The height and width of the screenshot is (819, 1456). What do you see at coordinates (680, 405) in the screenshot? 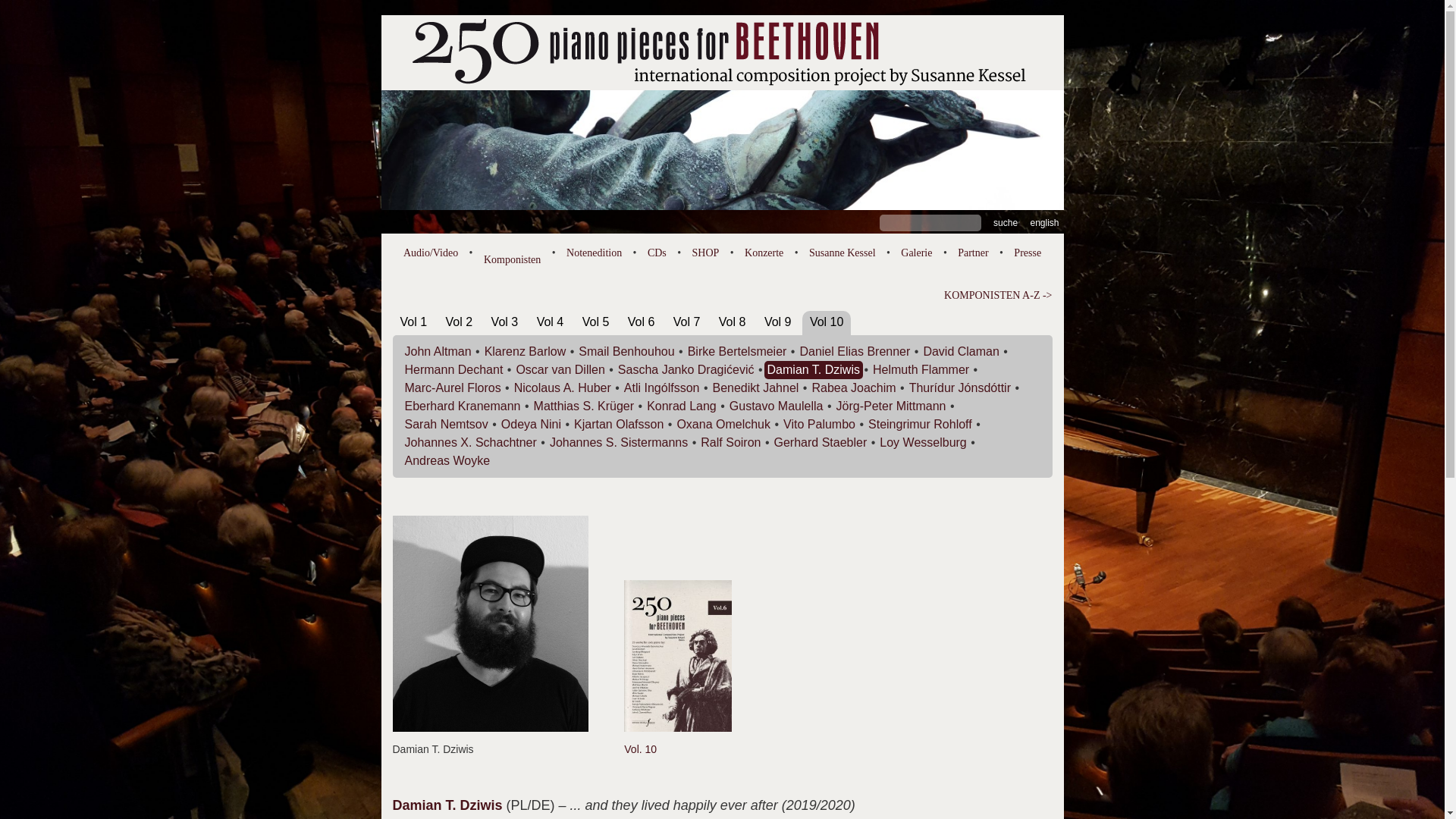
I see `'Konrad Lang'` at bounding box center [680, 405].